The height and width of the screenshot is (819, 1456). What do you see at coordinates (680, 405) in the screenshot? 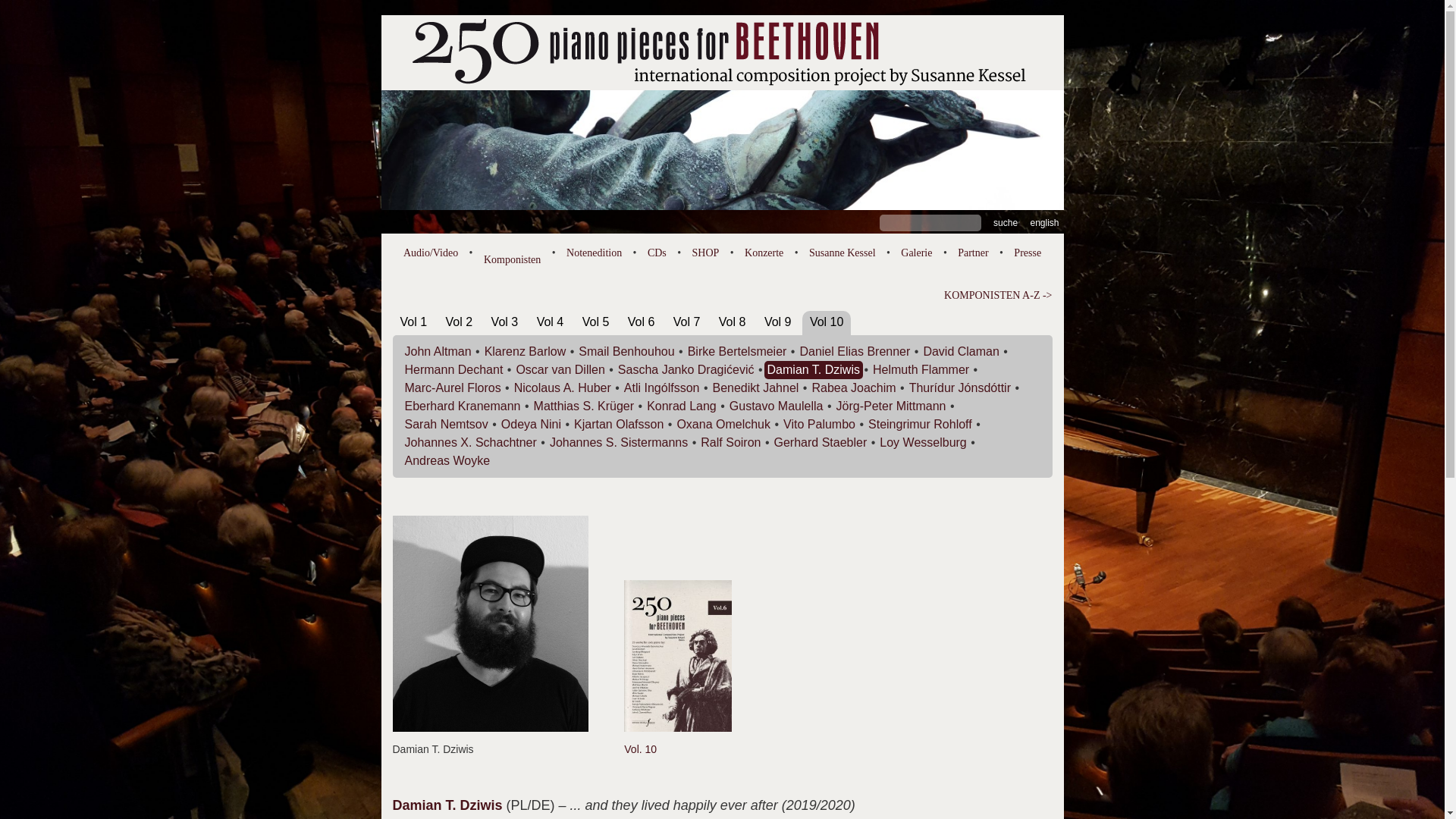
I see `'Konrad Lang'` at bounding box center [680, 405].